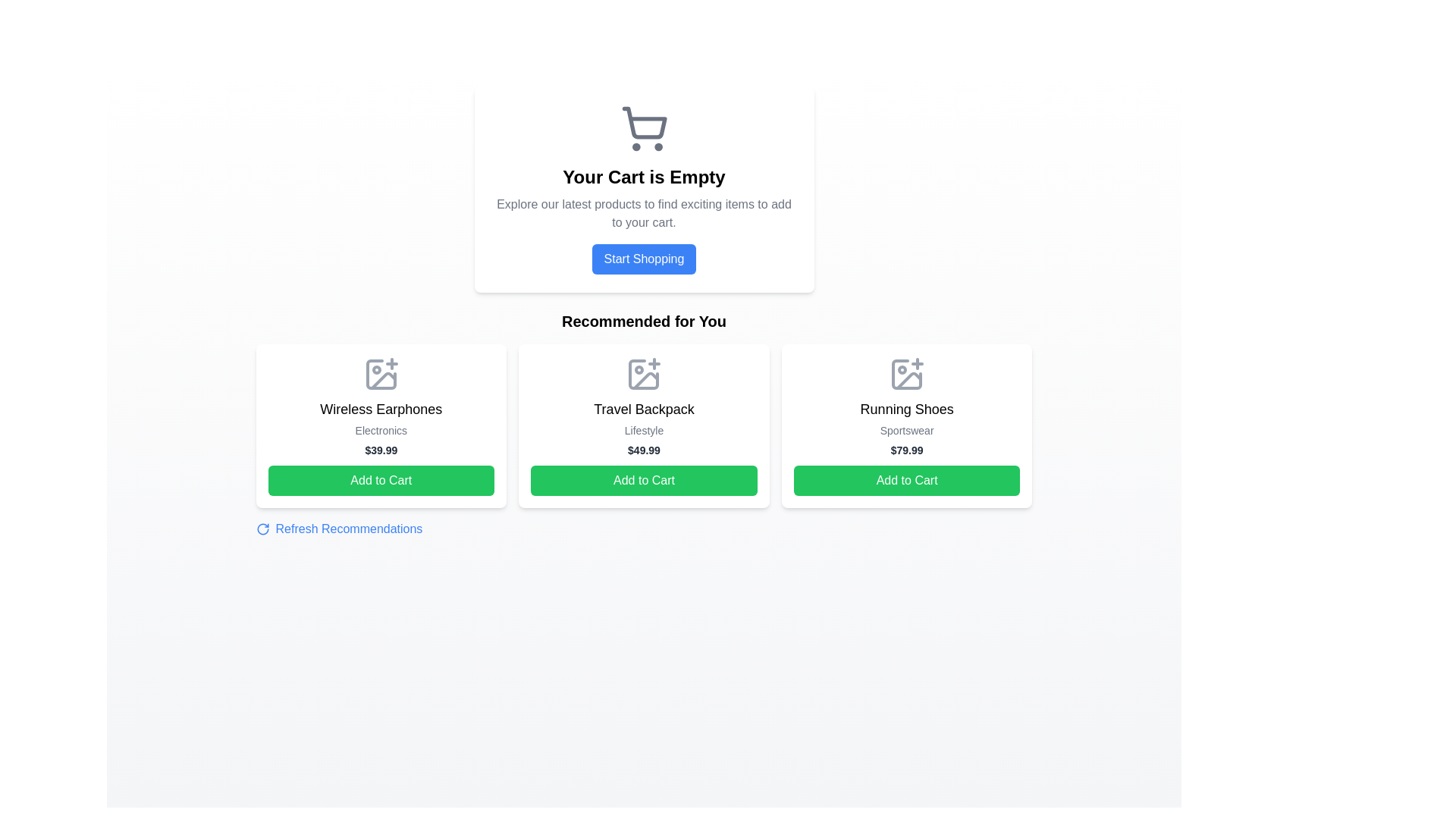 The height and width of the screenshot is (819, 1456). What do you see at coordinates (644, 213) in the screenshot?
I see `the informational text block that prompts the user` at bounding box center [644, 213].